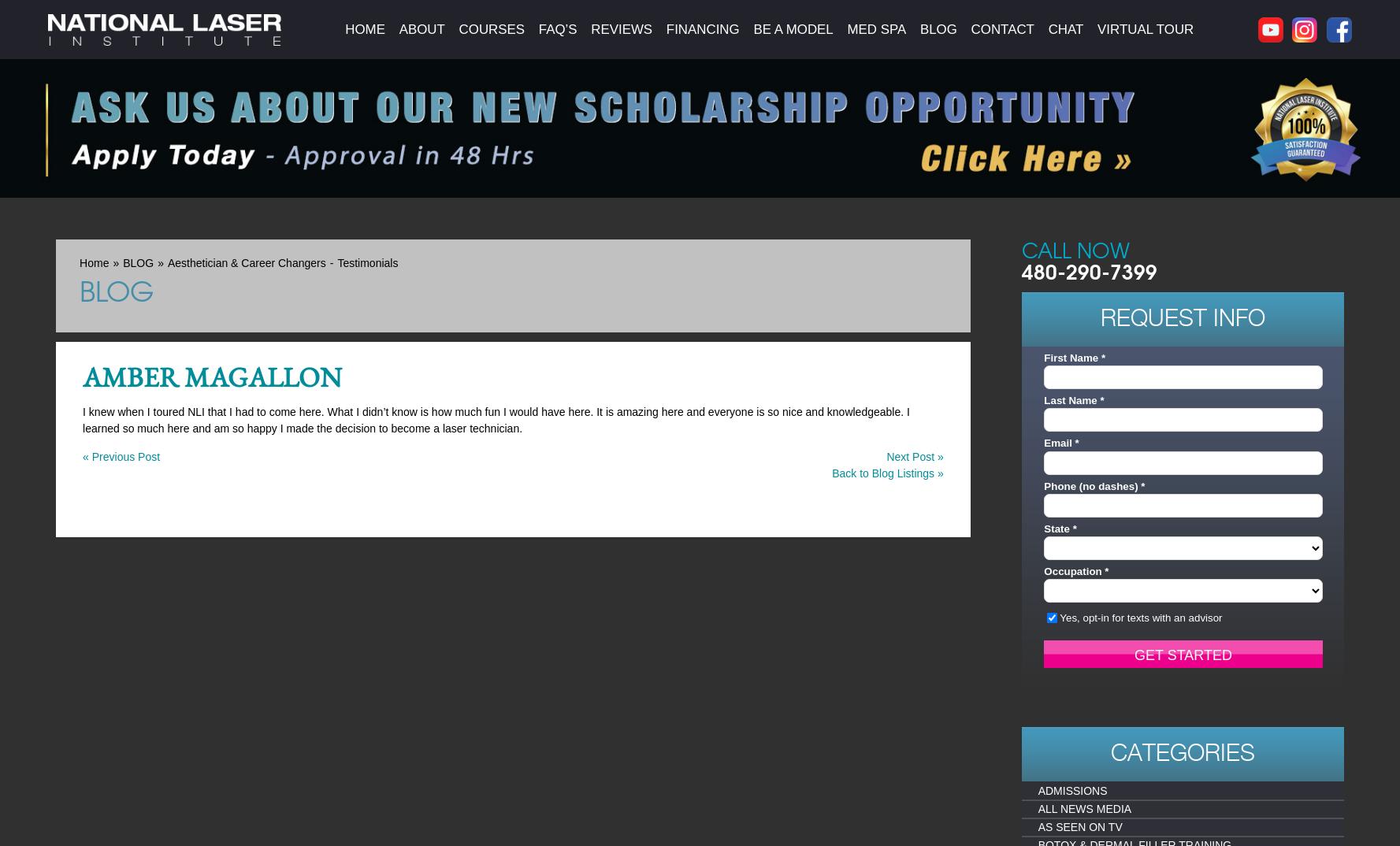 The image size is (1400, 846). Describe the element at coordinates (604, 40) in the screenshot. I see `'Aesthetician FAQs'` at that location.